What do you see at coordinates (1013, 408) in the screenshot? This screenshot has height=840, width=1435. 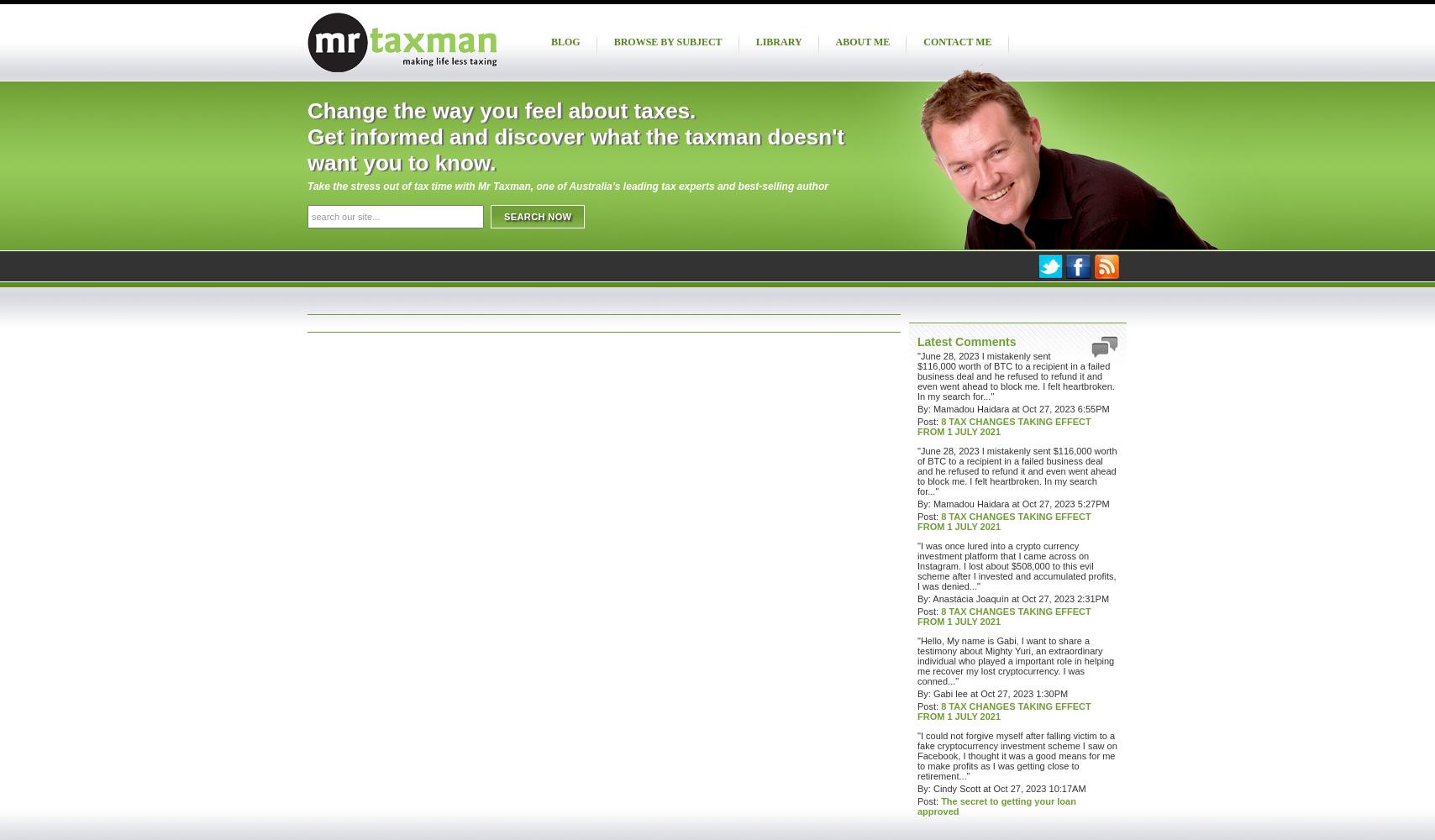 I see `'By: Mamadou Haidara at Oct 27, 2023 6:55PM'` at bounding box center [1013, 408].